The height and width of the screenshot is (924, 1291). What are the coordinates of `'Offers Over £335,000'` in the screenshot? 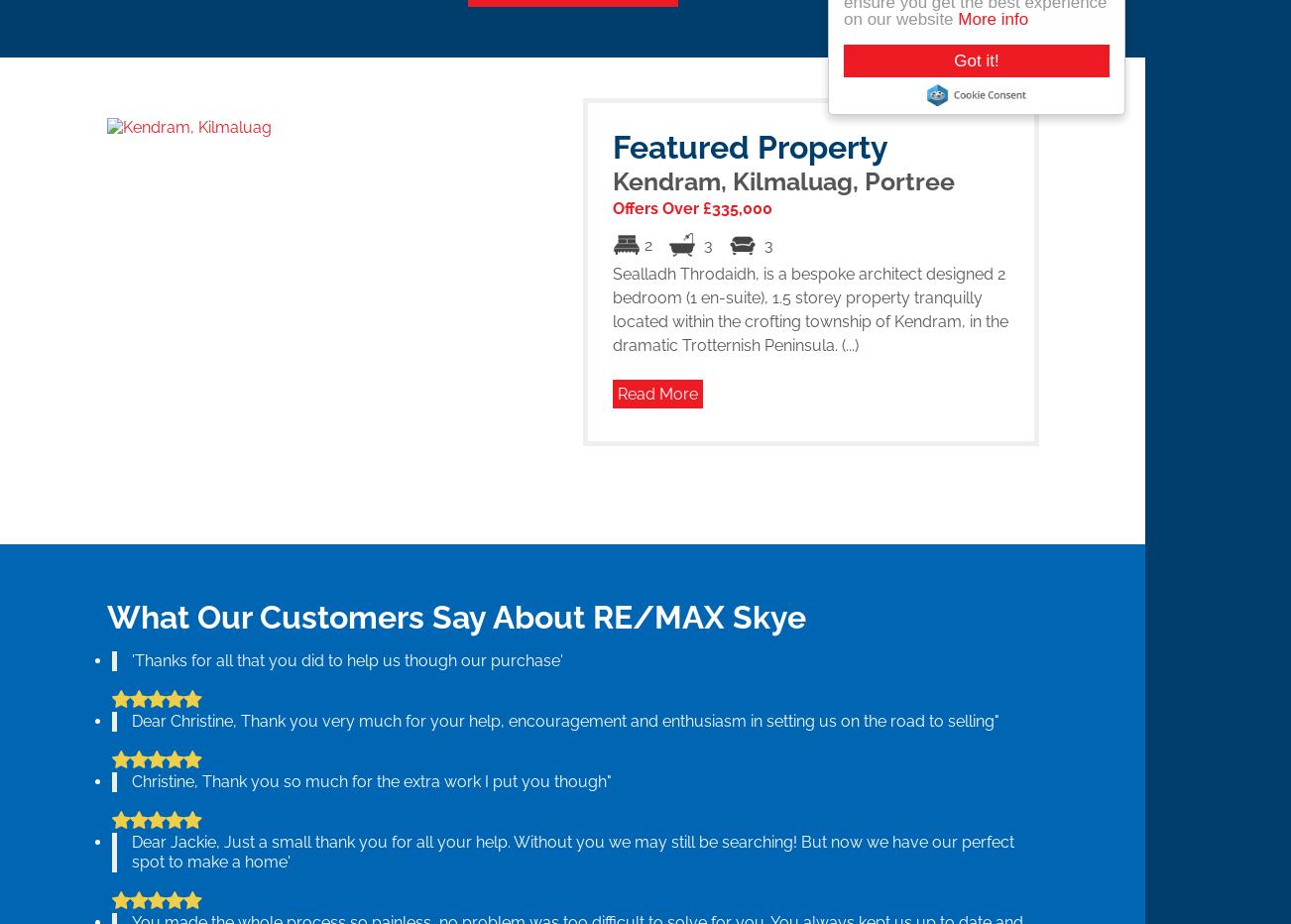 It's located at (690, 207).